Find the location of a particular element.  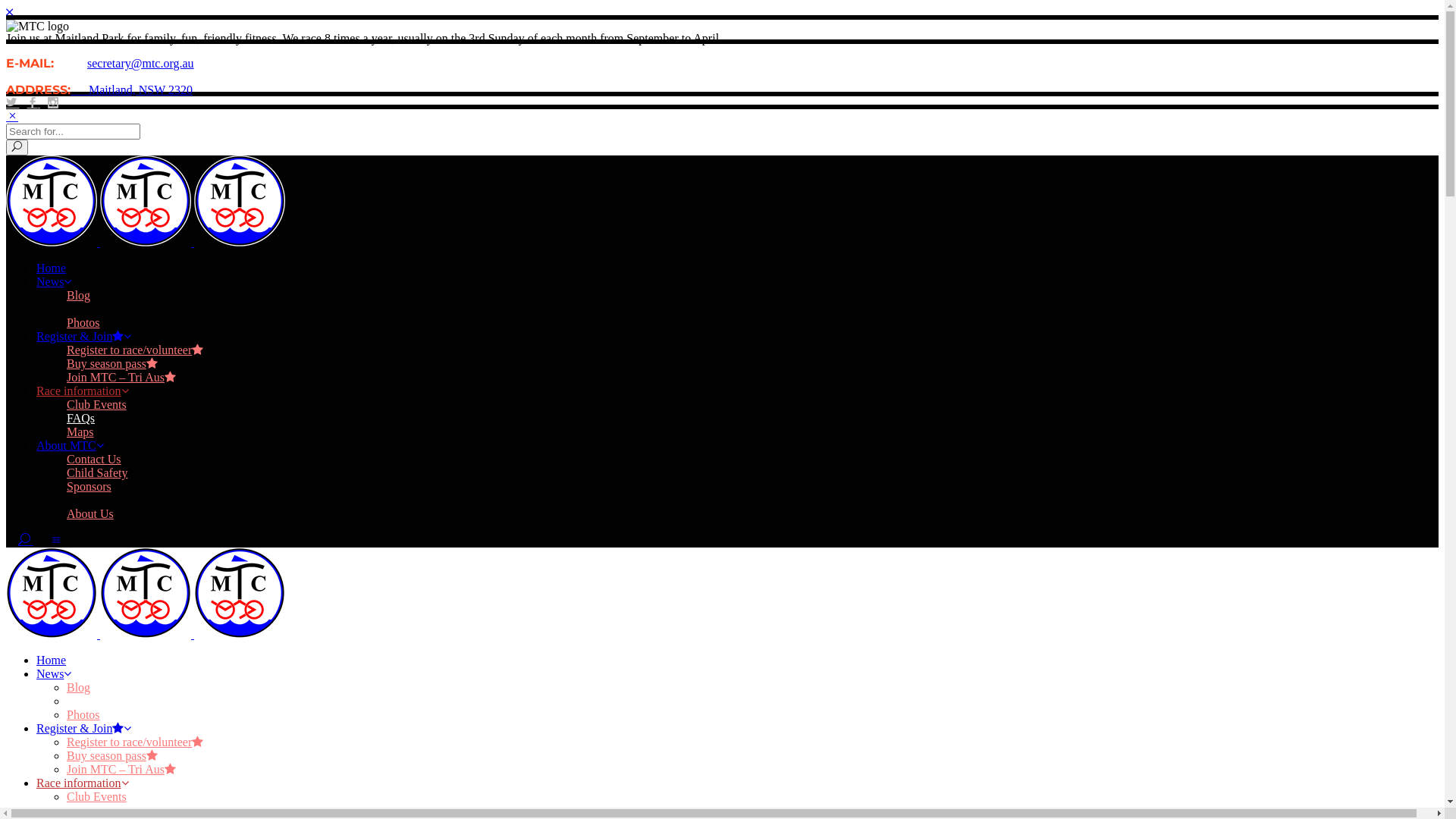

'Child Safety' is located at coordinates (65, 472).